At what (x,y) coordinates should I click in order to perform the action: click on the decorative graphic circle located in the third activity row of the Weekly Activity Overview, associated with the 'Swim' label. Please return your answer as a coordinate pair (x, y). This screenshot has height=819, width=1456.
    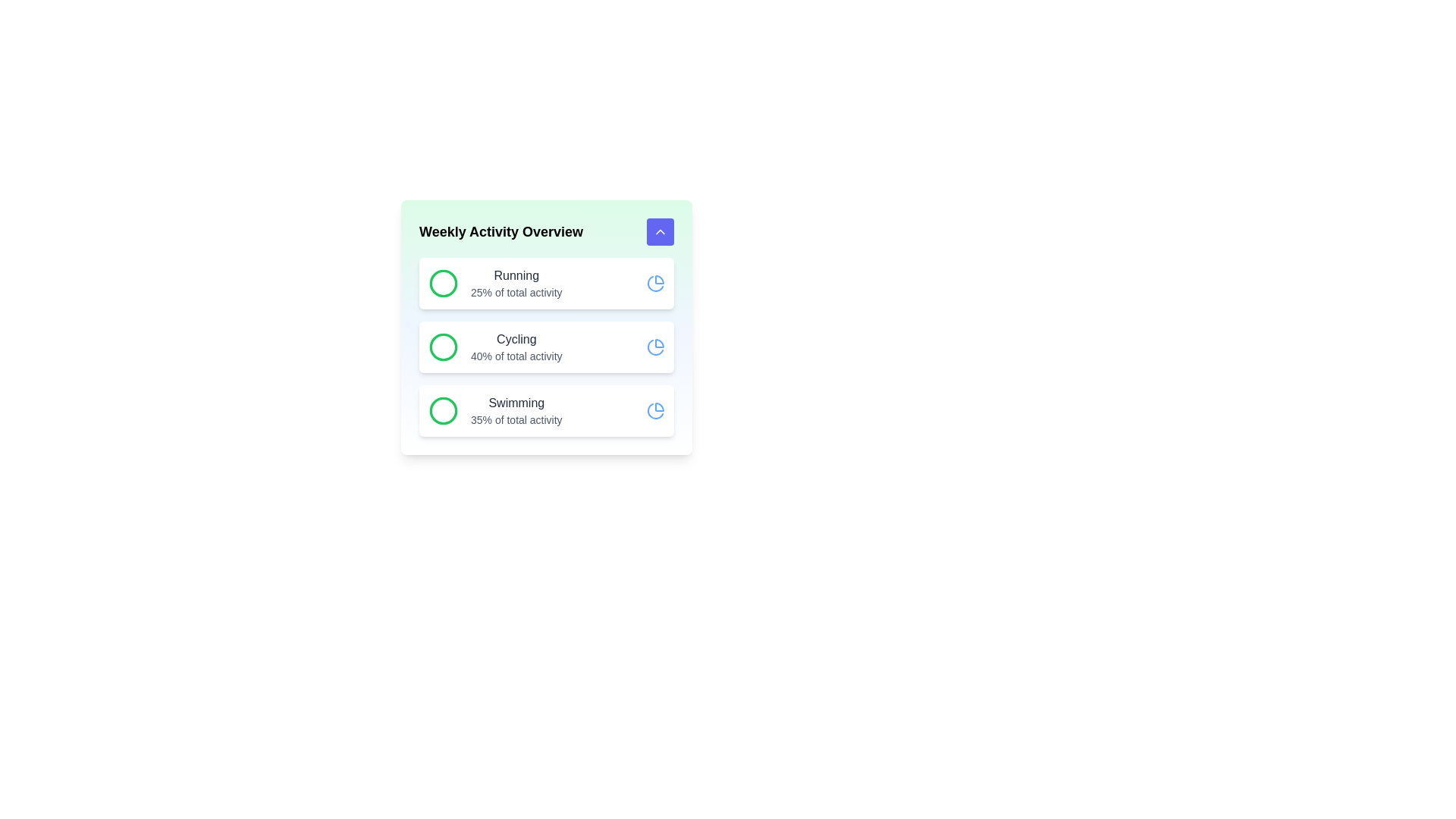
    Looking at the image, I should click on (443, 411).